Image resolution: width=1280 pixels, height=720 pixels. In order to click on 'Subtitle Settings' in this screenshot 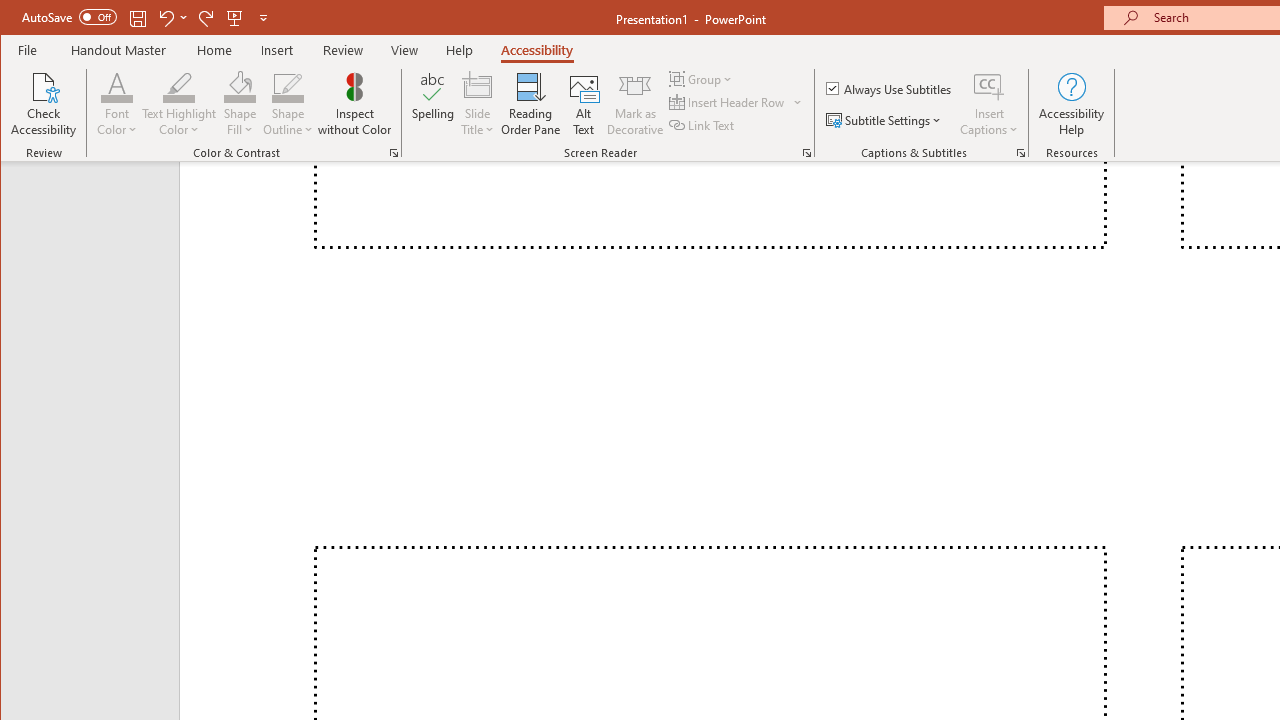, I will do `click(884, 120)`.